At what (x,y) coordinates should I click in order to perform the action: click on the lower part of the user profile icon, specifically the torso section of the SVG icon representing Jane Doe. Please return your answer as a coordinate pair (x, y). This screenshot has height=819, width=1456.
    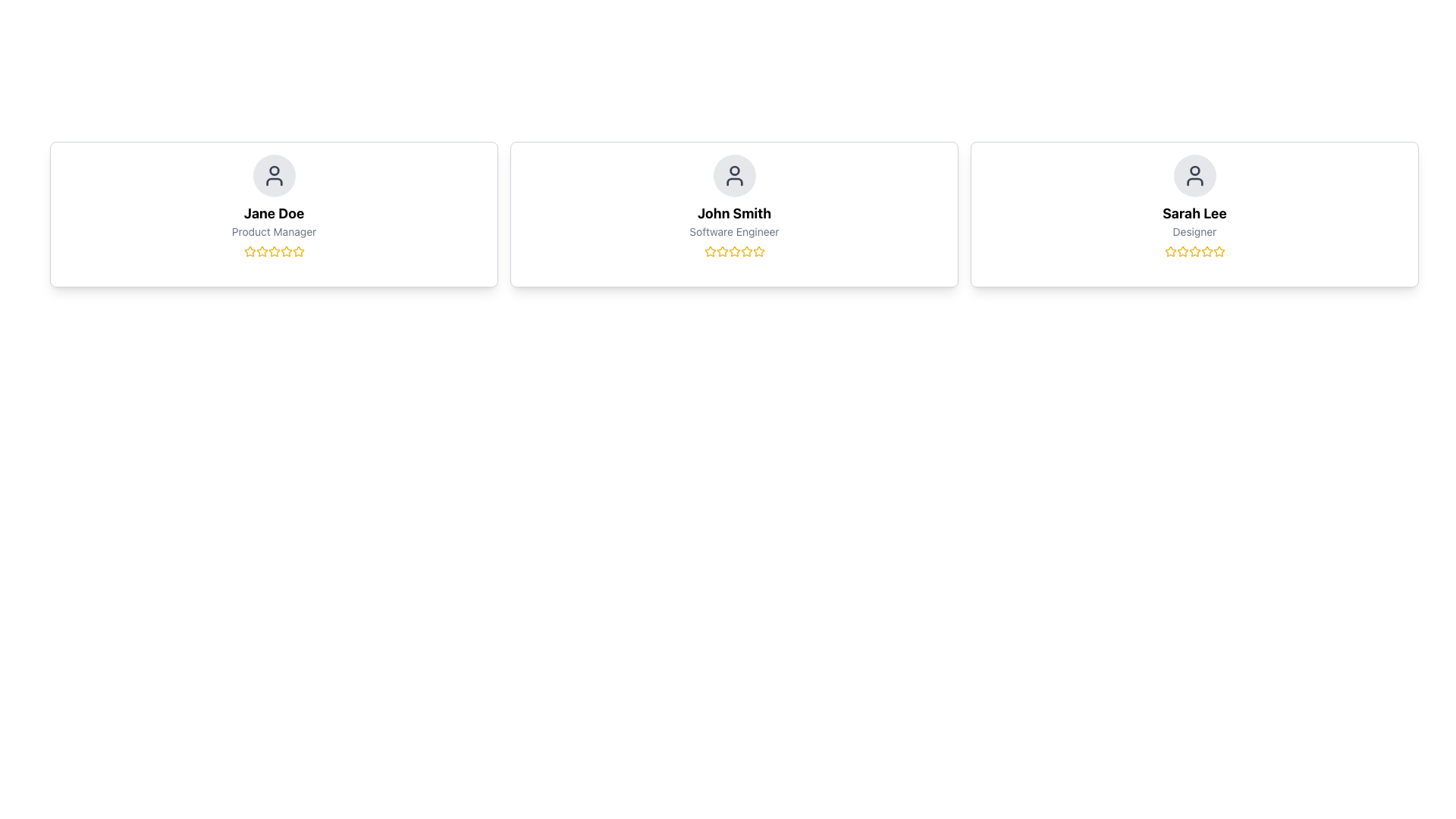
    Looking at the image, I should click on (274, 180).